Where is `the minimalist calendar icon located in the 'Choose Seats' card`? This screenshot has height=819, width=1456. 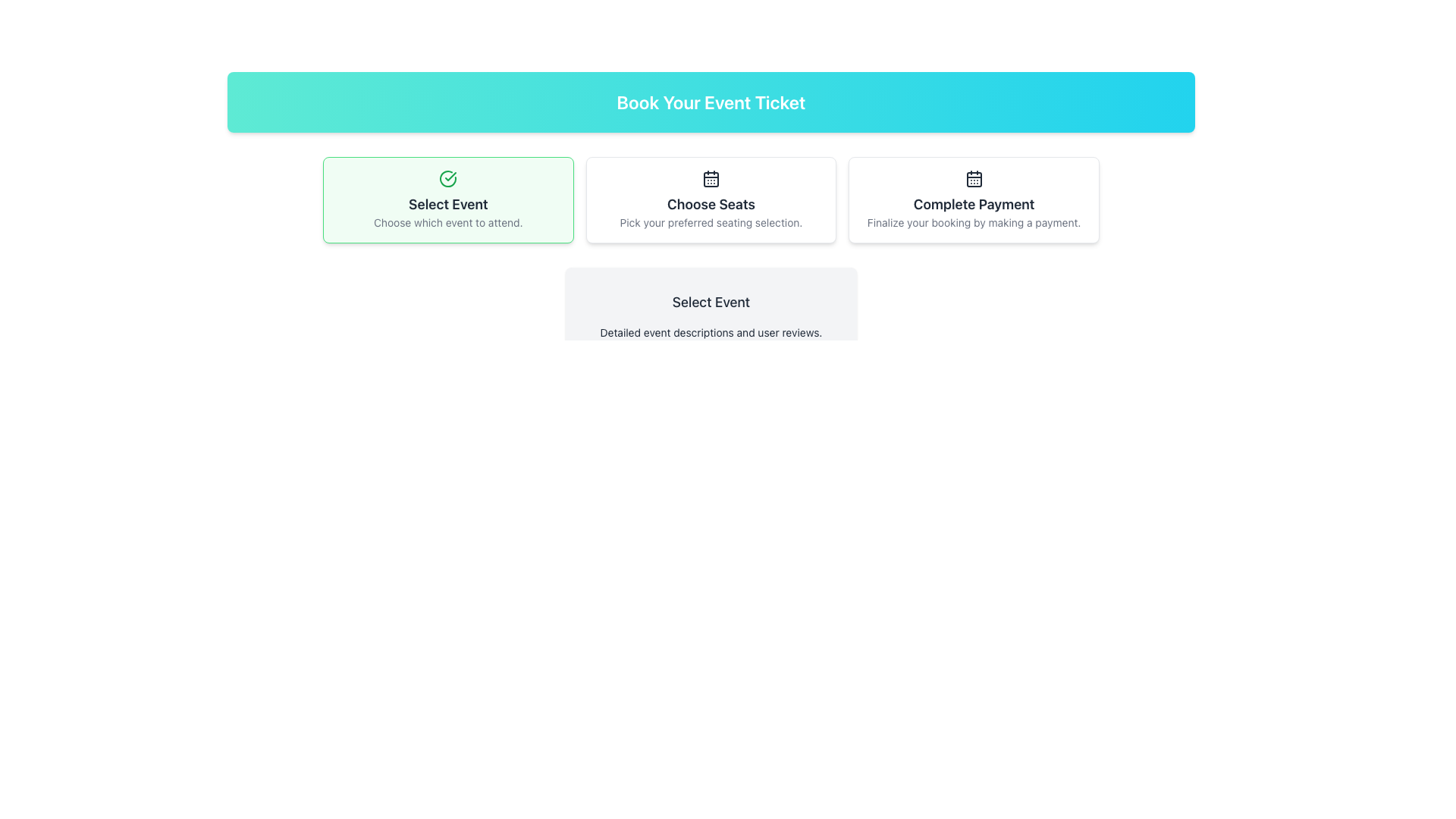
the minimalist calendar icon located in the 'Choose Seats' card is located at coordinates (710, 177).